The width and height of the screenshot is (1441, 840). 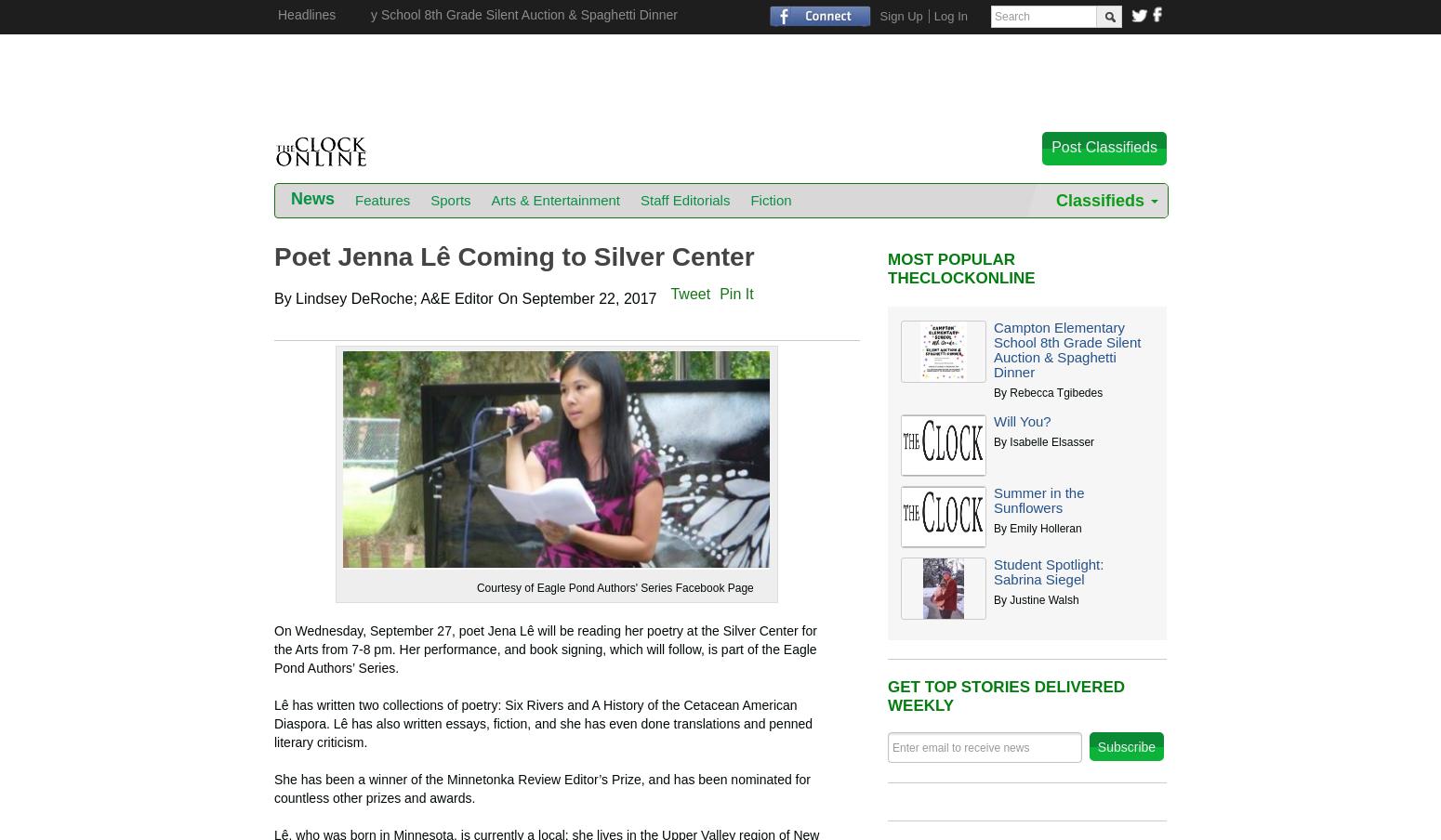 I want to click on 'She has been a winner of the Minnetonka Review Editor’s Prize, and has been nominated for countless other prizes and awards.', so click(x=541, y=788).